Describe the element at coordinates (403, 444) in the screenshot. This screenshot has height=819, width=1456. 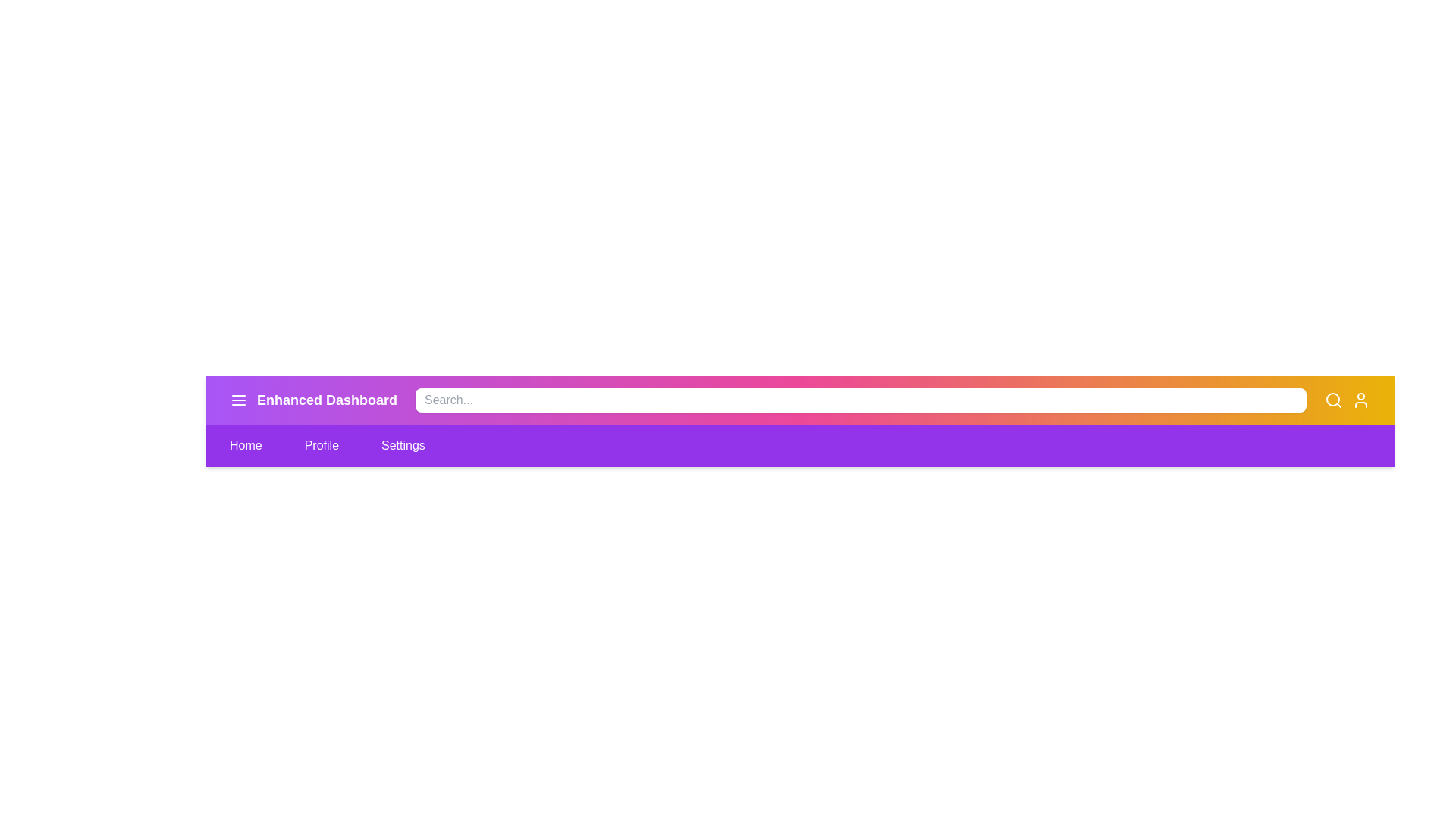
I see `the Settings menu item to navigate to the corresponding section` at that location.